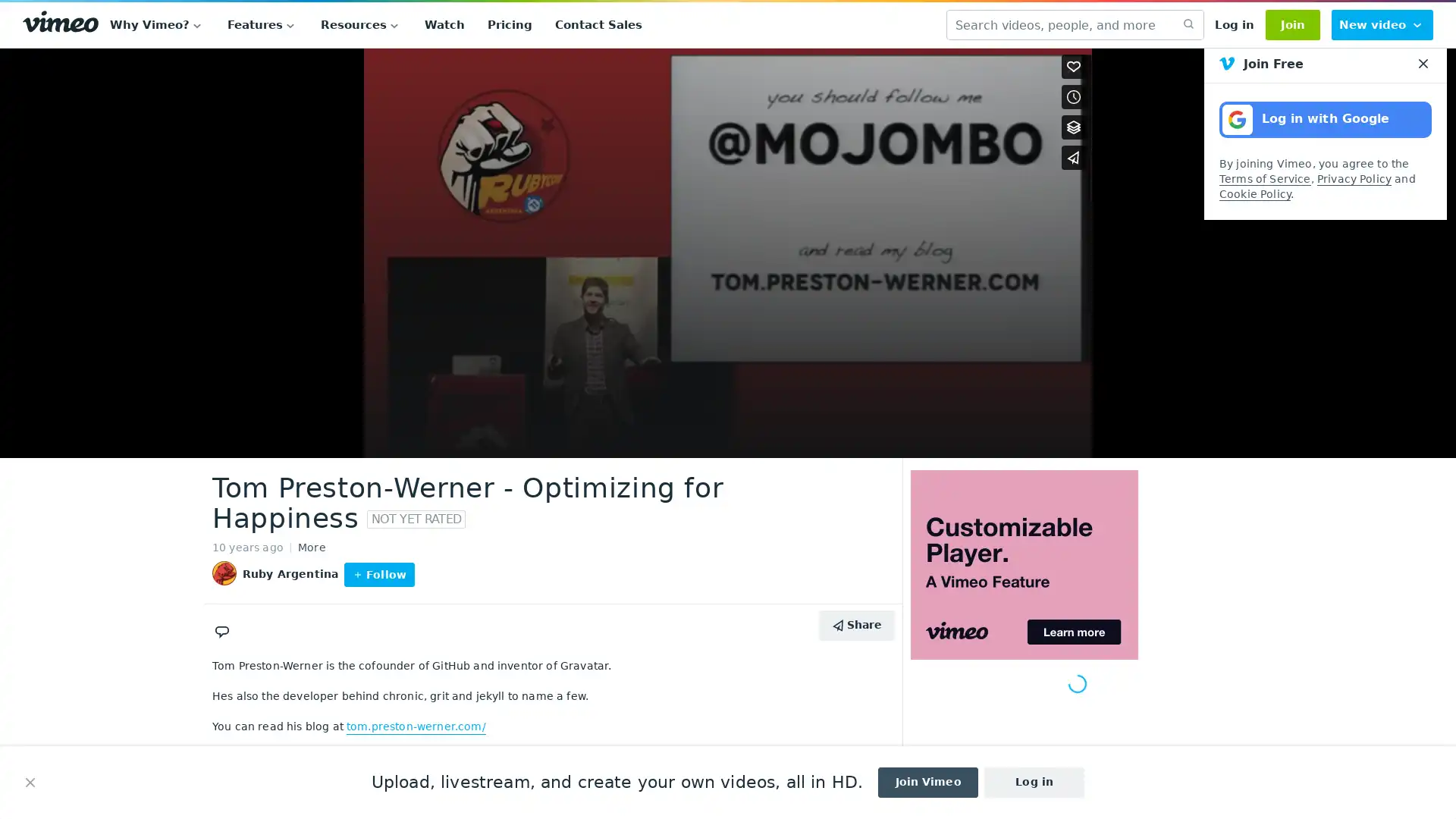 This screenshot has height=819, width=1456. I want to click on Close overlay, so click(1072, 67).